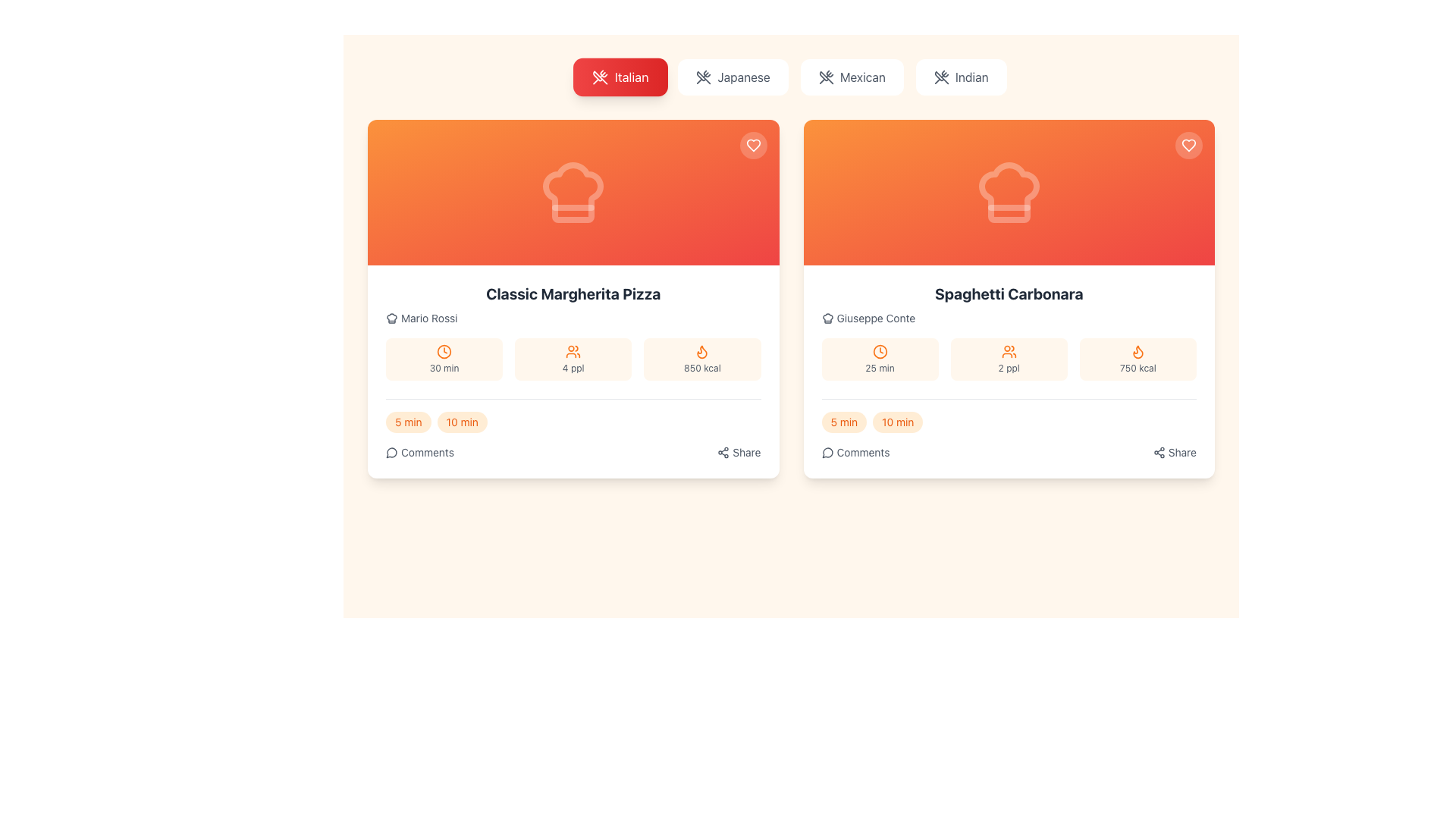 The height and width of the screenshot is (819, 1456). I want to click on the text label that identifies the author of the recipe 'Spaghetti Carbonara', located to the right of the chef's hat icon and above the cooking time information, so click(876, 318).